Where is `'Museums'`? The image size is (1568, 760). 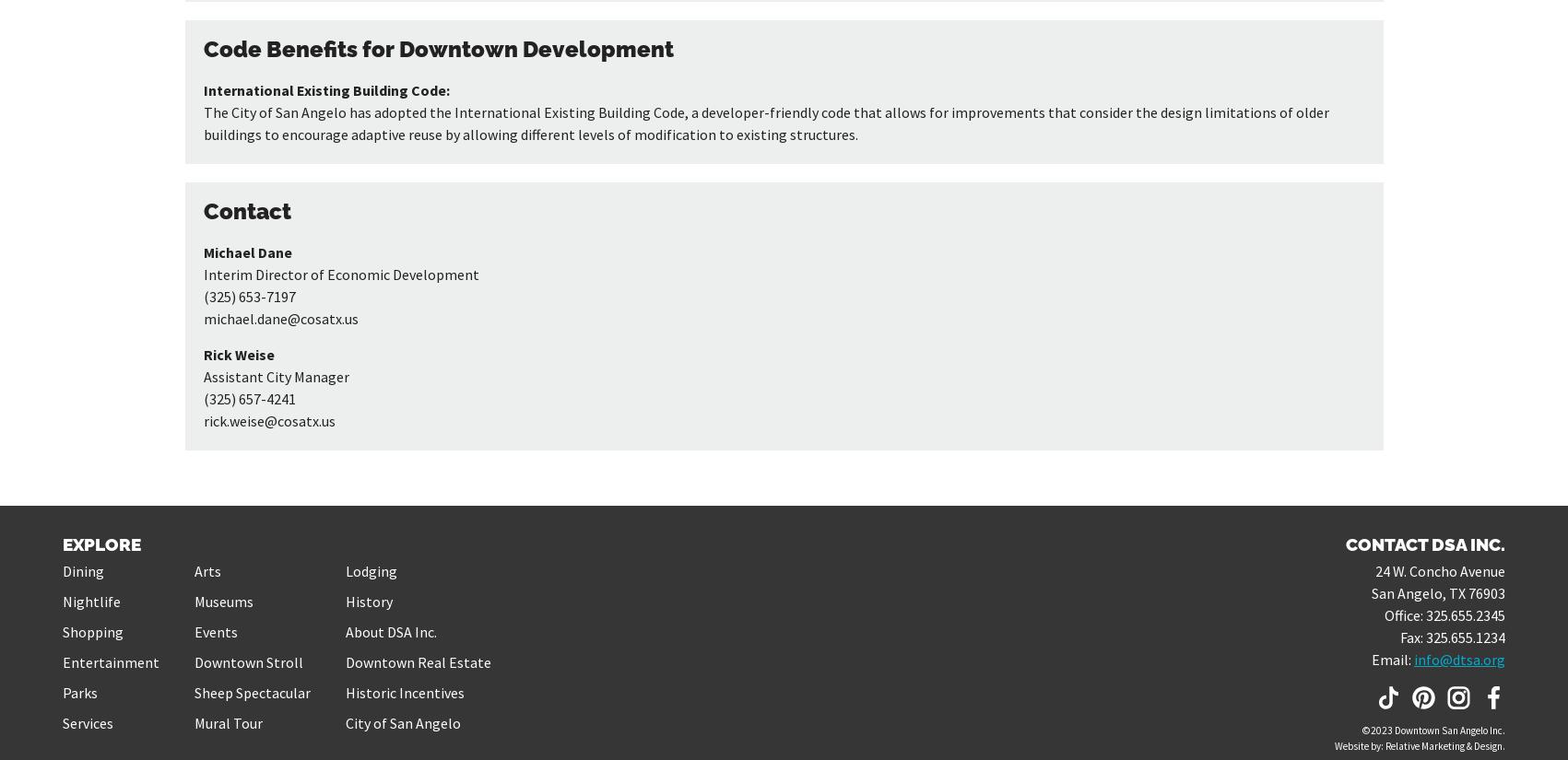 'Museums' is located at coordinates (224, 600).